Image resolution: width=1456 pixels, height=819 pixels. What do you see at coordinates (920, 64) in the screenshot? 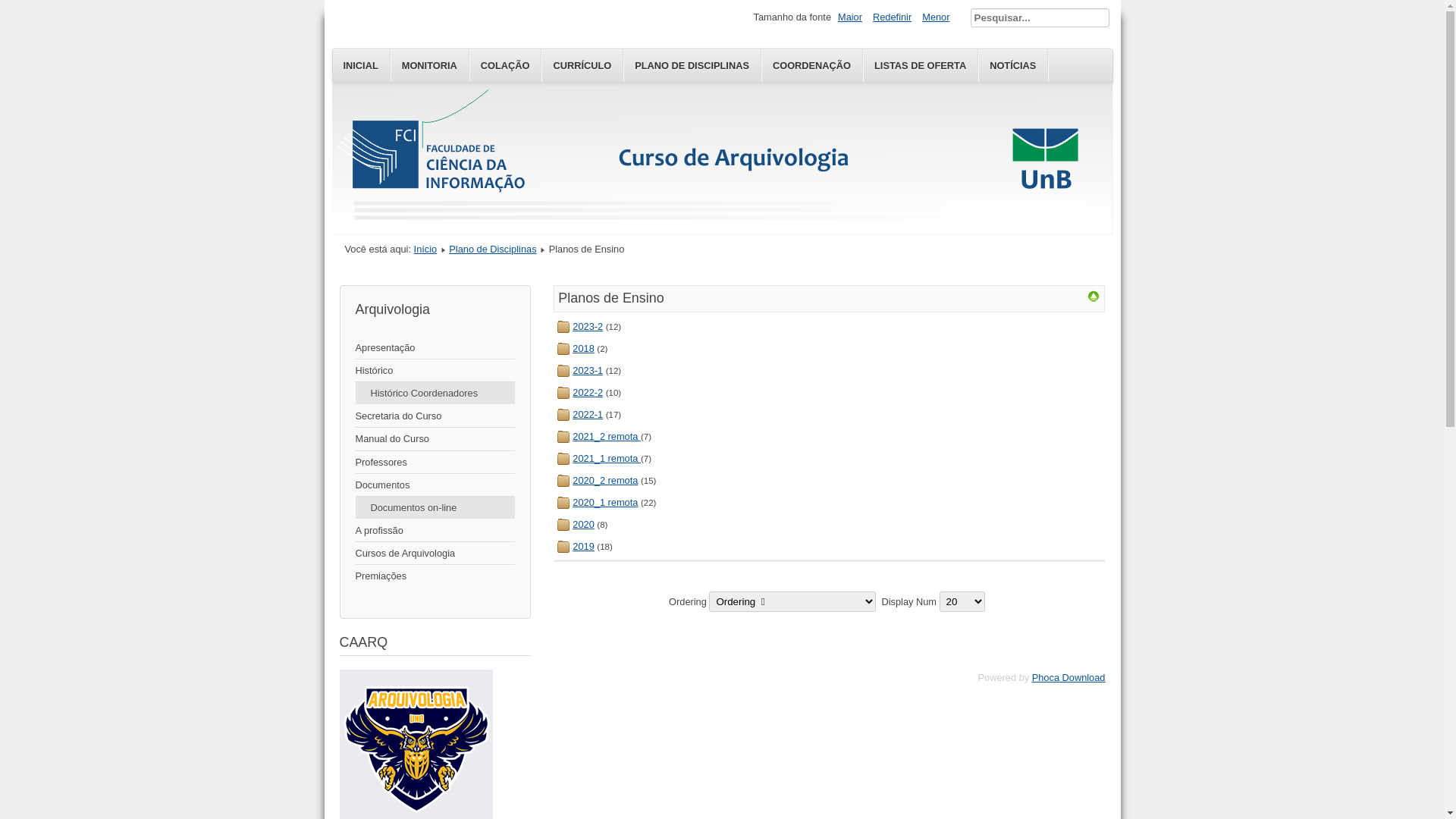
I see `'LISTAS DE OFERTA'` at bounding box center [920, 64].